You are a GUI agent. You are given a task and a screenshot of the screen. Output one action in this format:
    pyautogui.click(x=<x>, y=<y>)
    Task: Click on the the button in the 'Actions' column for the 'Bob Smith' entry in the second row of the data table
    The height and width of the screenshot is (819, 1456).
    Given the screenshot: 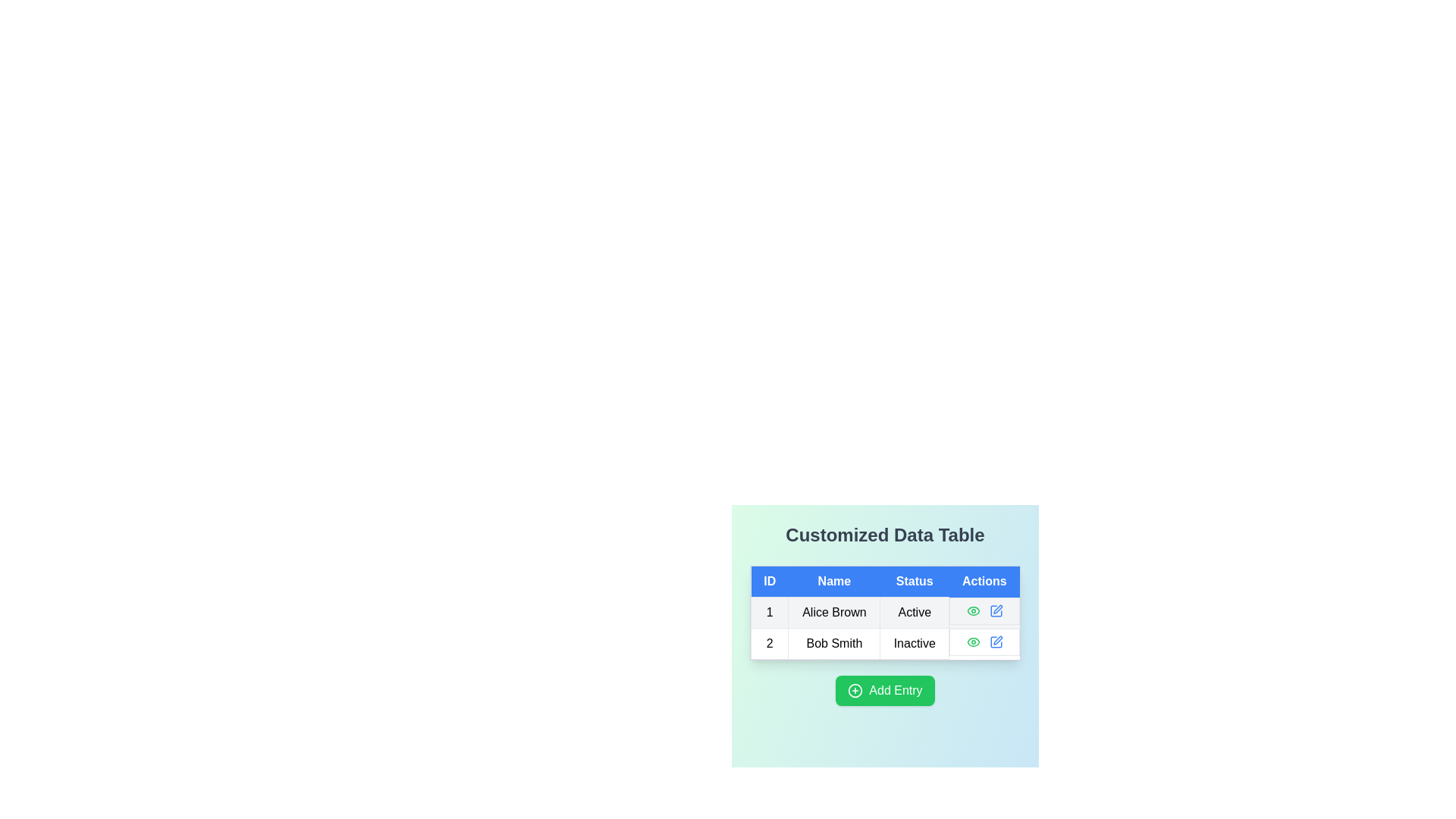 What is the action you would take?
    pyautogui.click(x=996, y=642)
    